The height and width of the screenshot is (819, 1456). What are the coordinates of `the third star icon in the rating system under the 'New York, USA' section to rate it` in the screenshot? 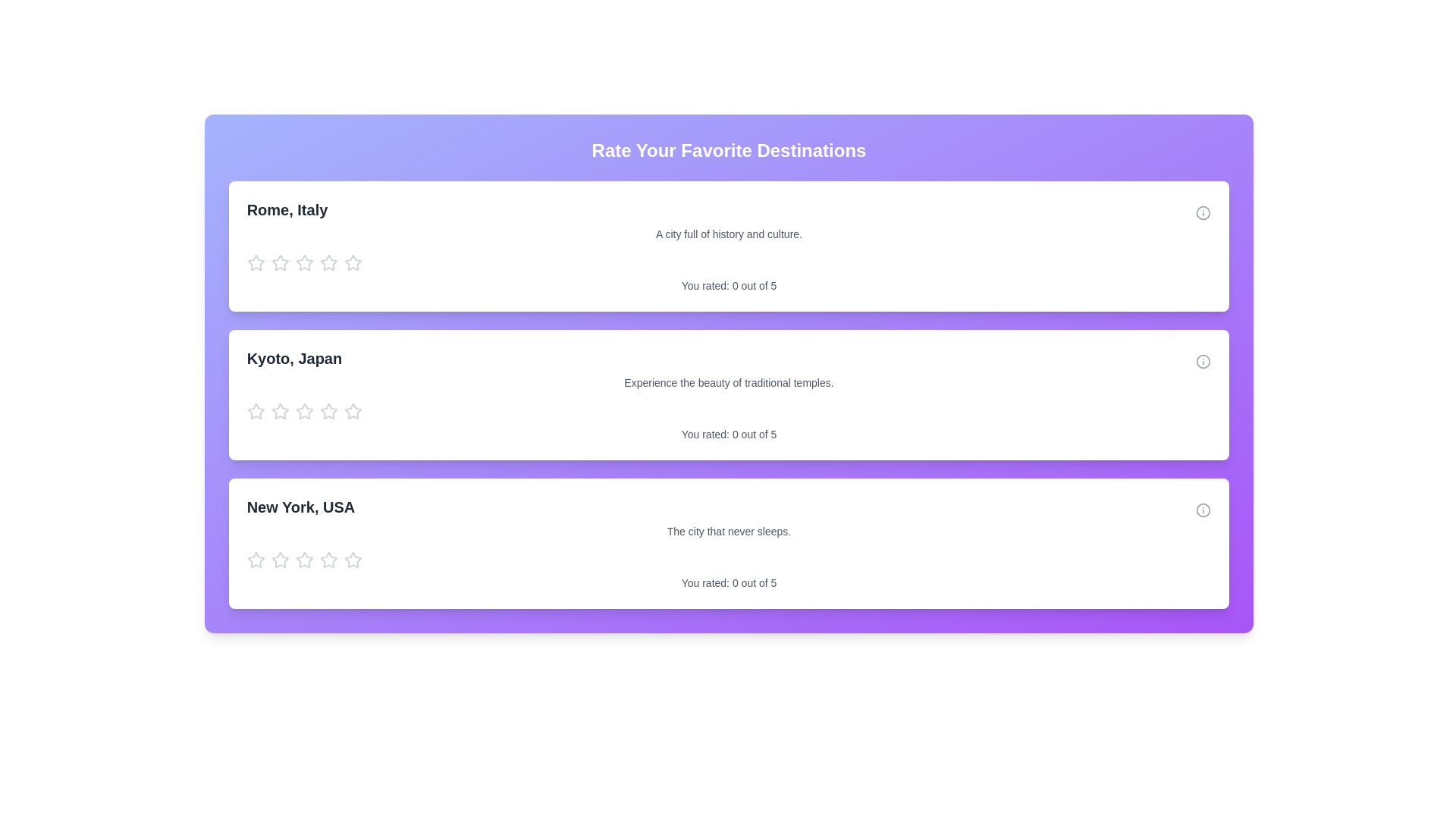 It's located at (328, 560).